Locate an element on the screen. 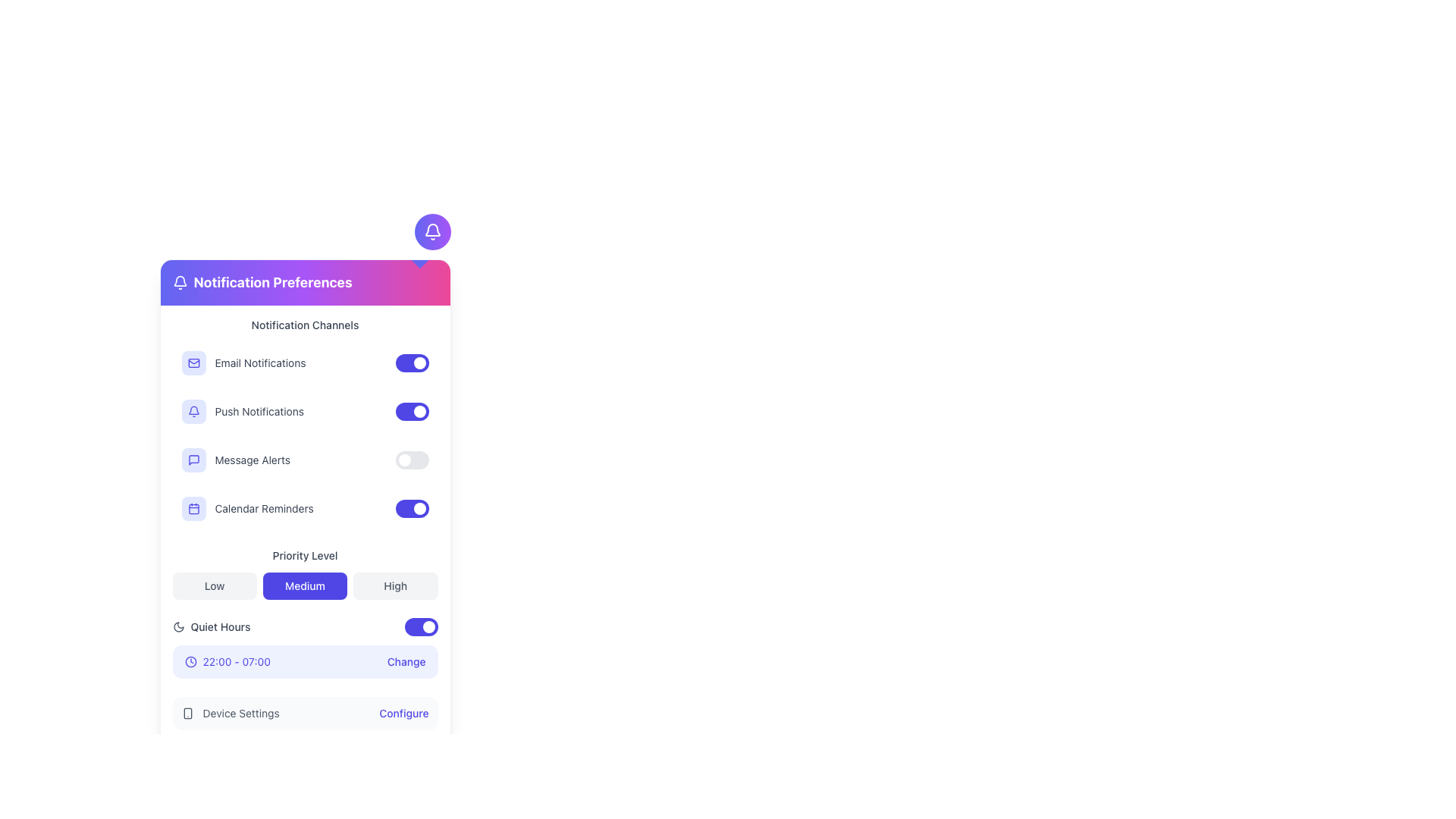 The height and width of the screenshot is (819, 1456). the 'Push Notifications' label with a bell icon, which is the second entry in the 'Notification Preferences' panel, located below 'Email Notifications' and above 'Message Alerts' is located at coordinates (243, 412).